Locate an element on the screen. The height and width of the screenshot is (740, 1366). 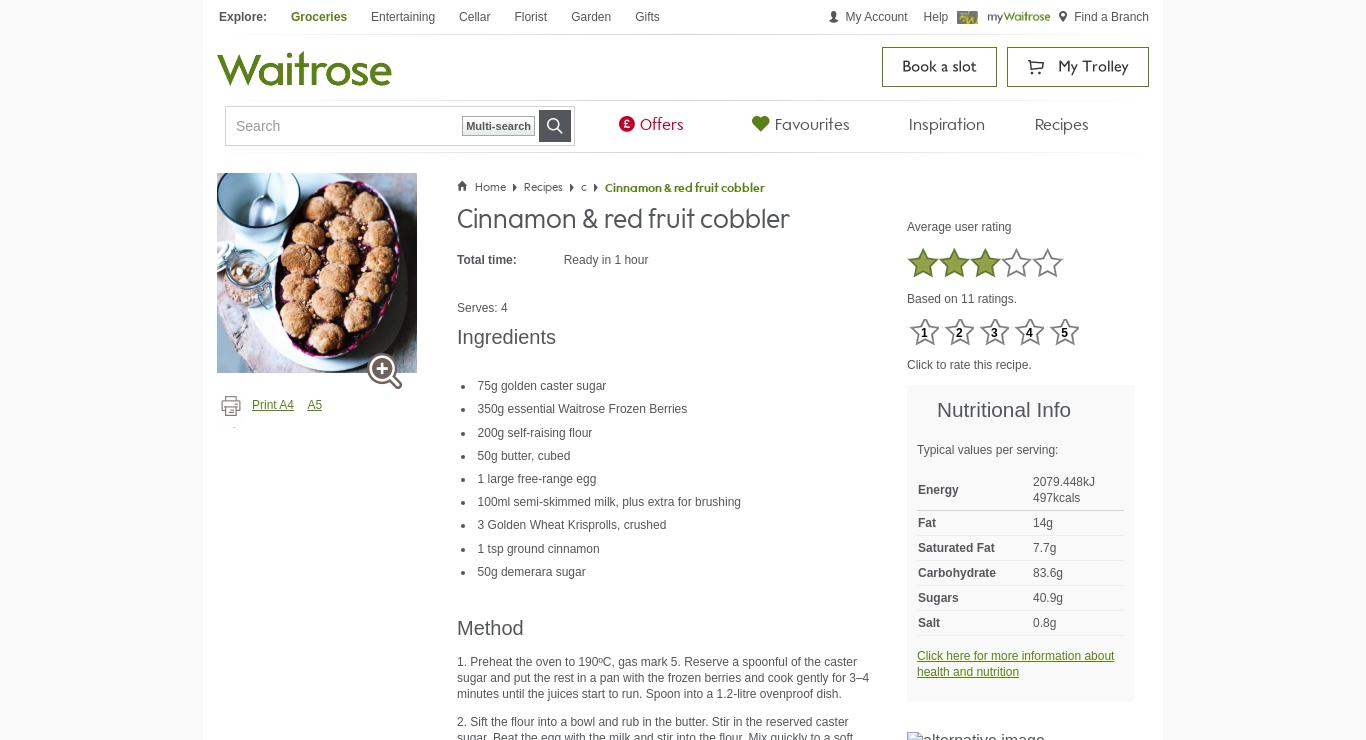
'83.6g' is located at coordinates (1046, 571).